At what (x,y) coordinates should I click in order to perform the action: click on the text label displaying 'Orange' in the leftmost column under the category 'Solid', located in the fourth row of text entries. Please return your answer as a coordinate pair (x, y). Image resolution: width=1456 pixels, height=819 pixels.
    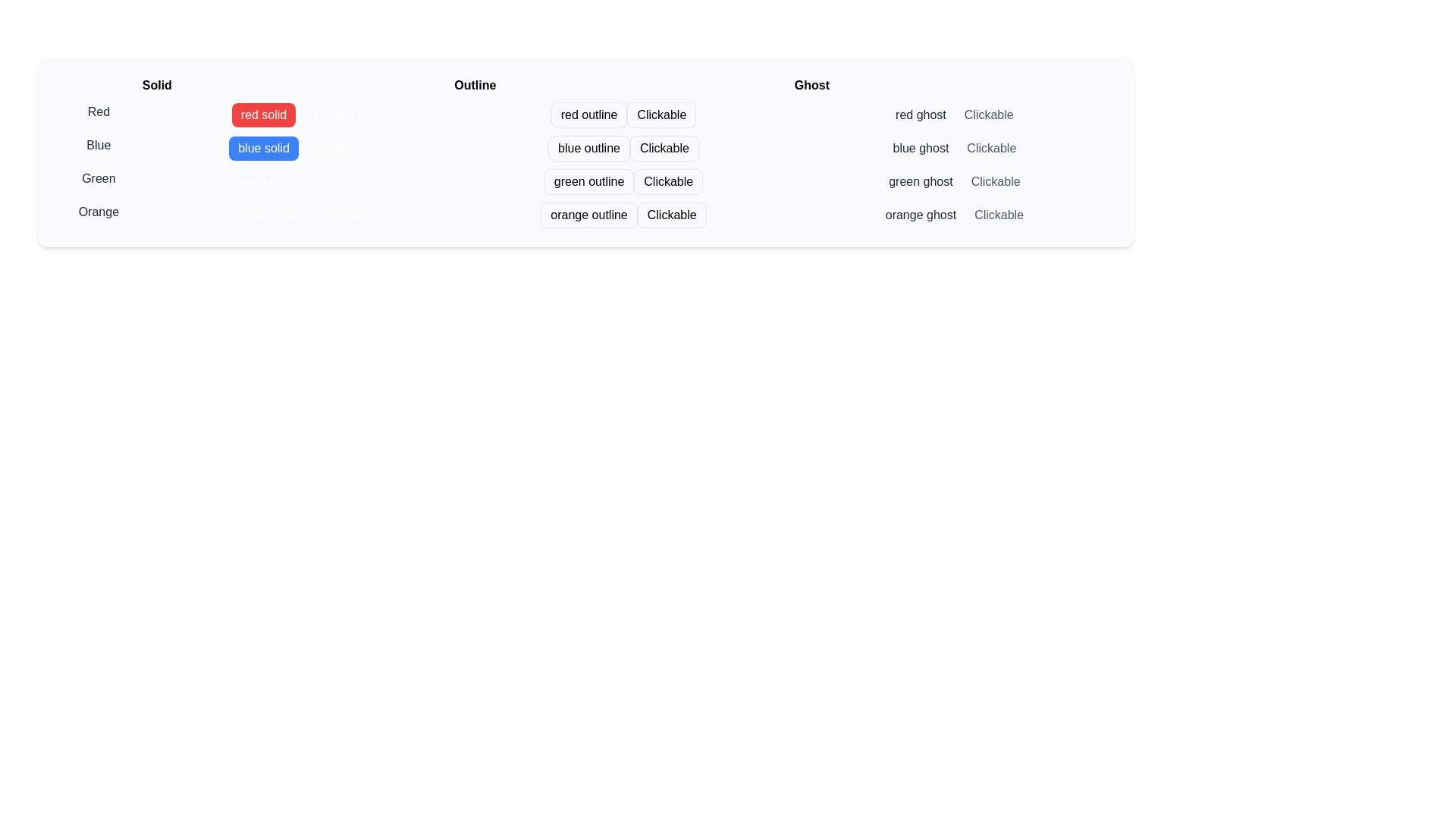
    Looking at the image, I should click on (98, 212).